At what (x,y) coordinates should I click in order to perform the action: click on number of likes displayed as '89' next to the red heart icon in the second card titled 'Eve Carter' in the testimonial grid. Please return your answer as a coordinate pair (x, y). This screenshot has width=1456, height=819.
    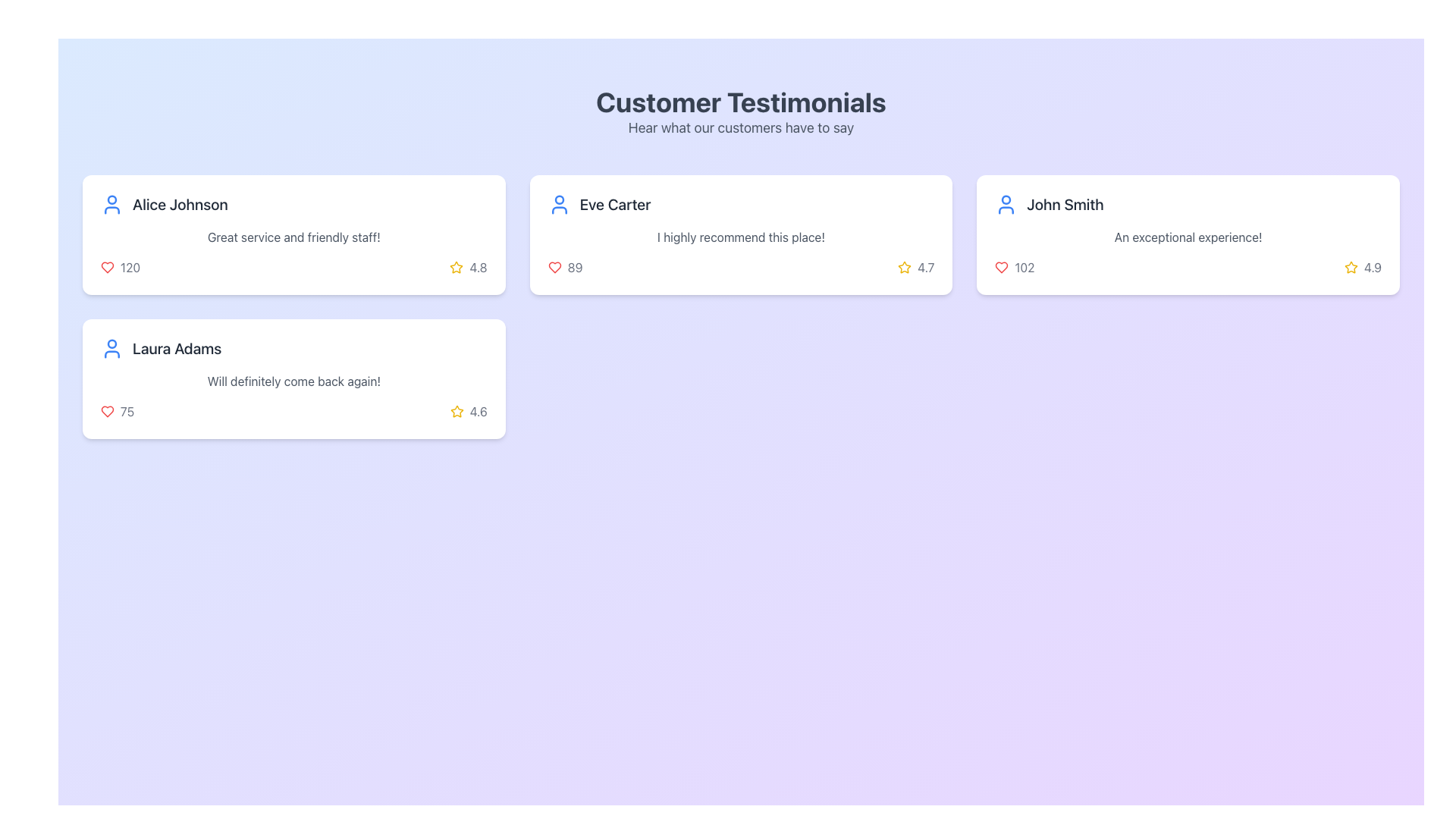
    Looking at the image, I should click on (564, 267).